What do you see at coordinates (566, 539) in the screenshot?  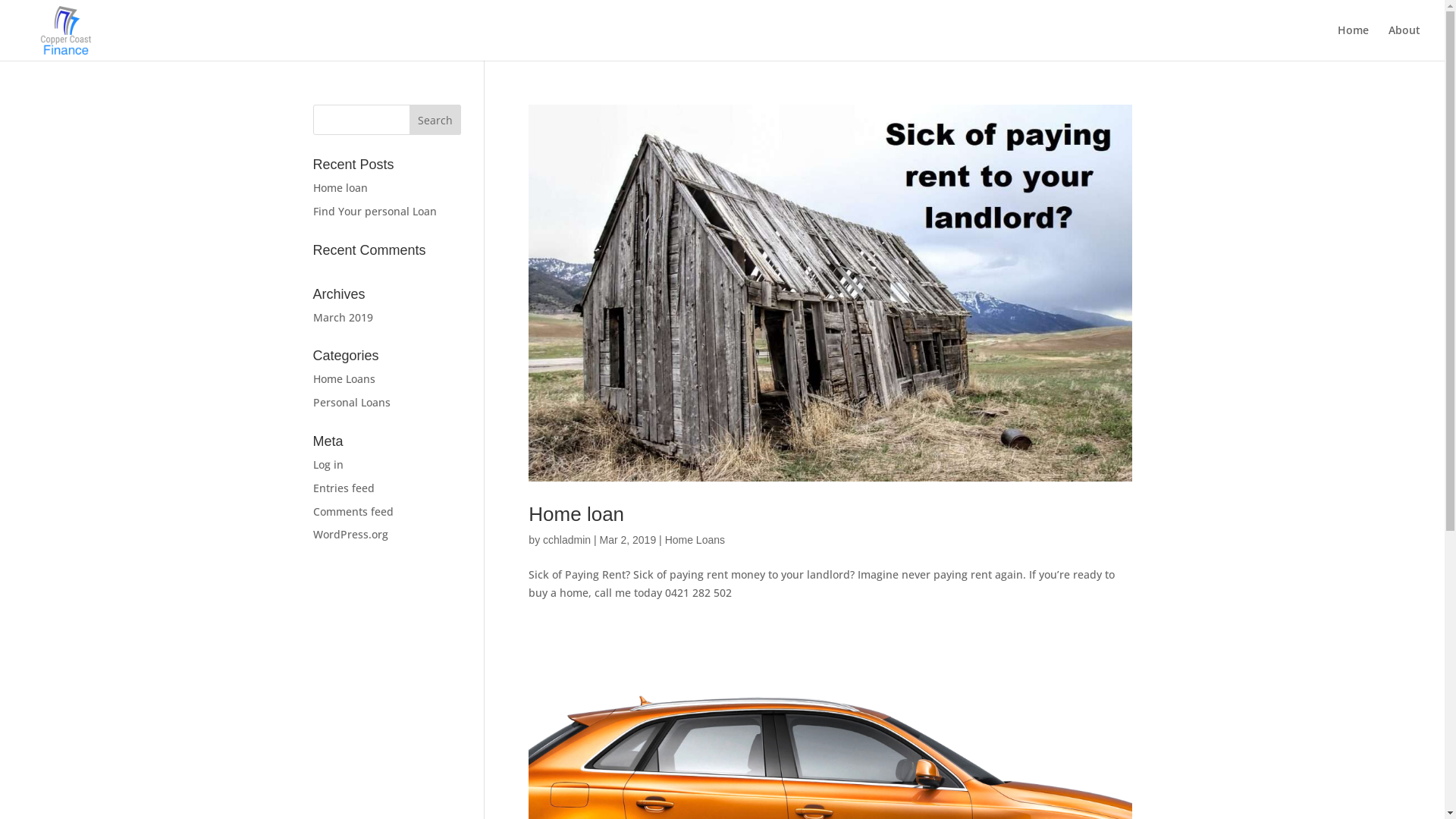 I see `'cchladmin'` at bounding box center [566, 539].